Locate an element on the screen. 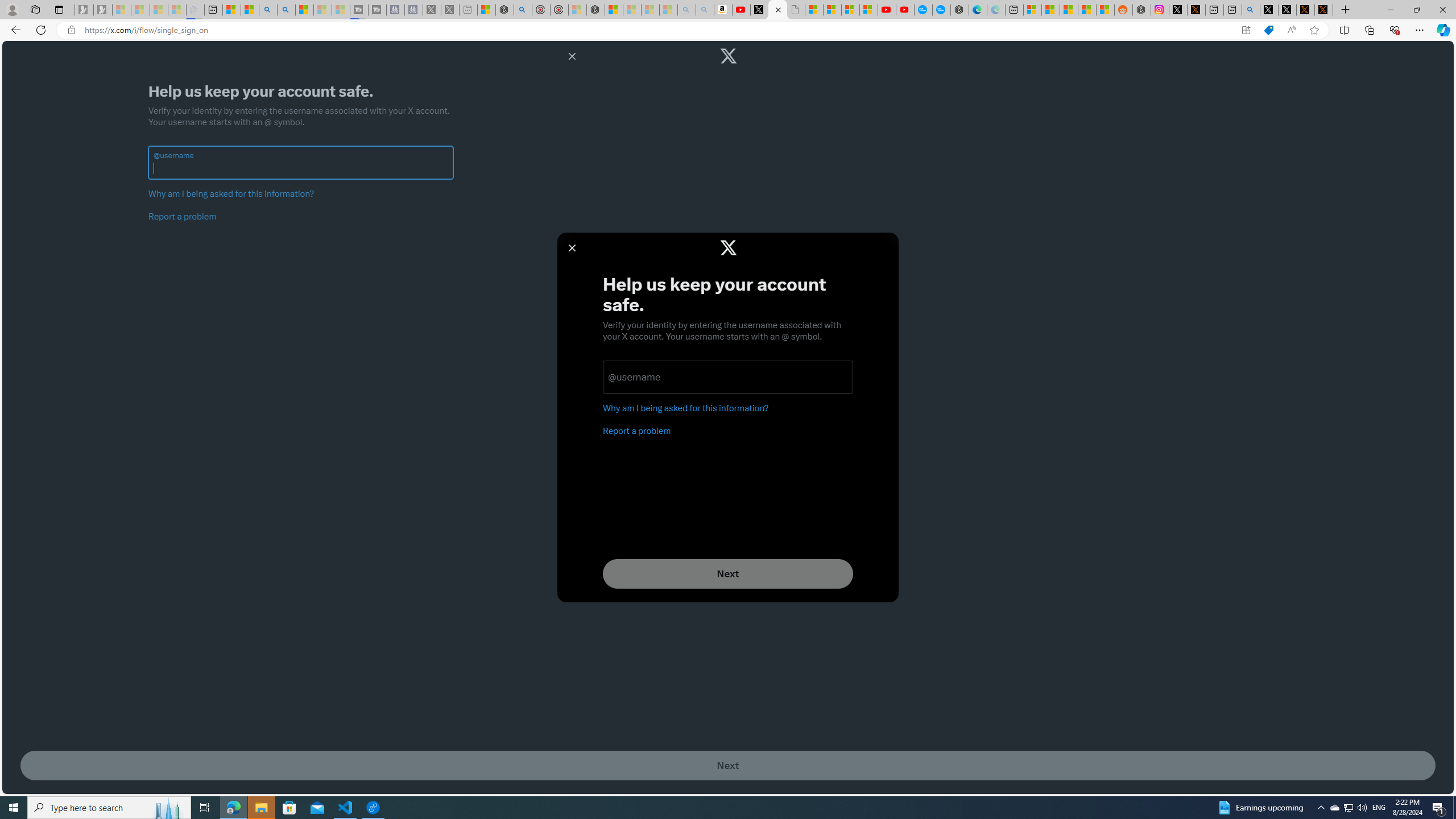 This screenshot has height=819, width=1456. 'Day 1: Arriving in Yemen (surreal to be here) - YouTube' is located at coordinates (742, 9).